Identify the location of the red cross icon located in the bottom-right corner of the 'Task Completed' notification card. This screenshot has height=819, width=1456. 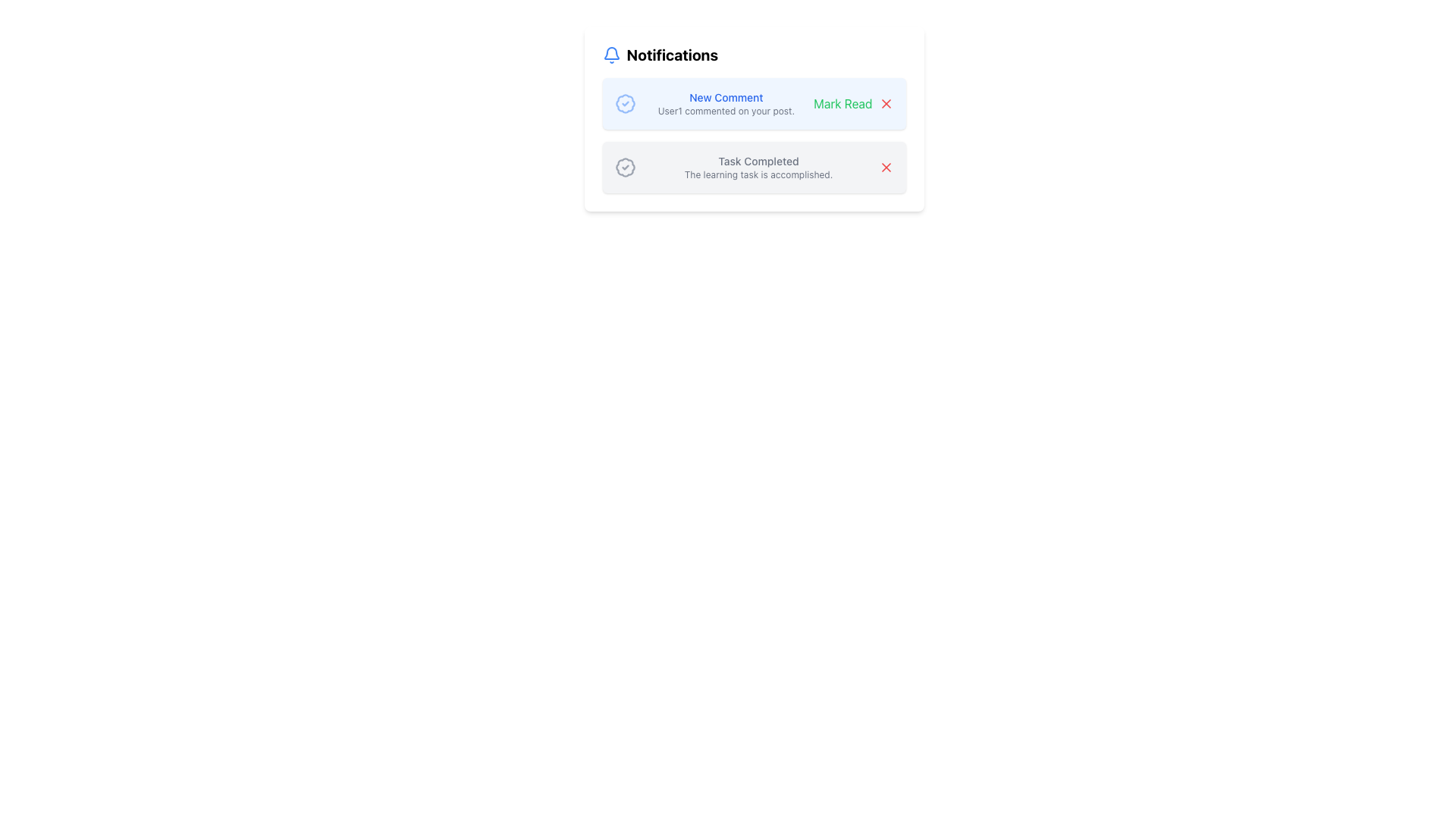
(886, 167).